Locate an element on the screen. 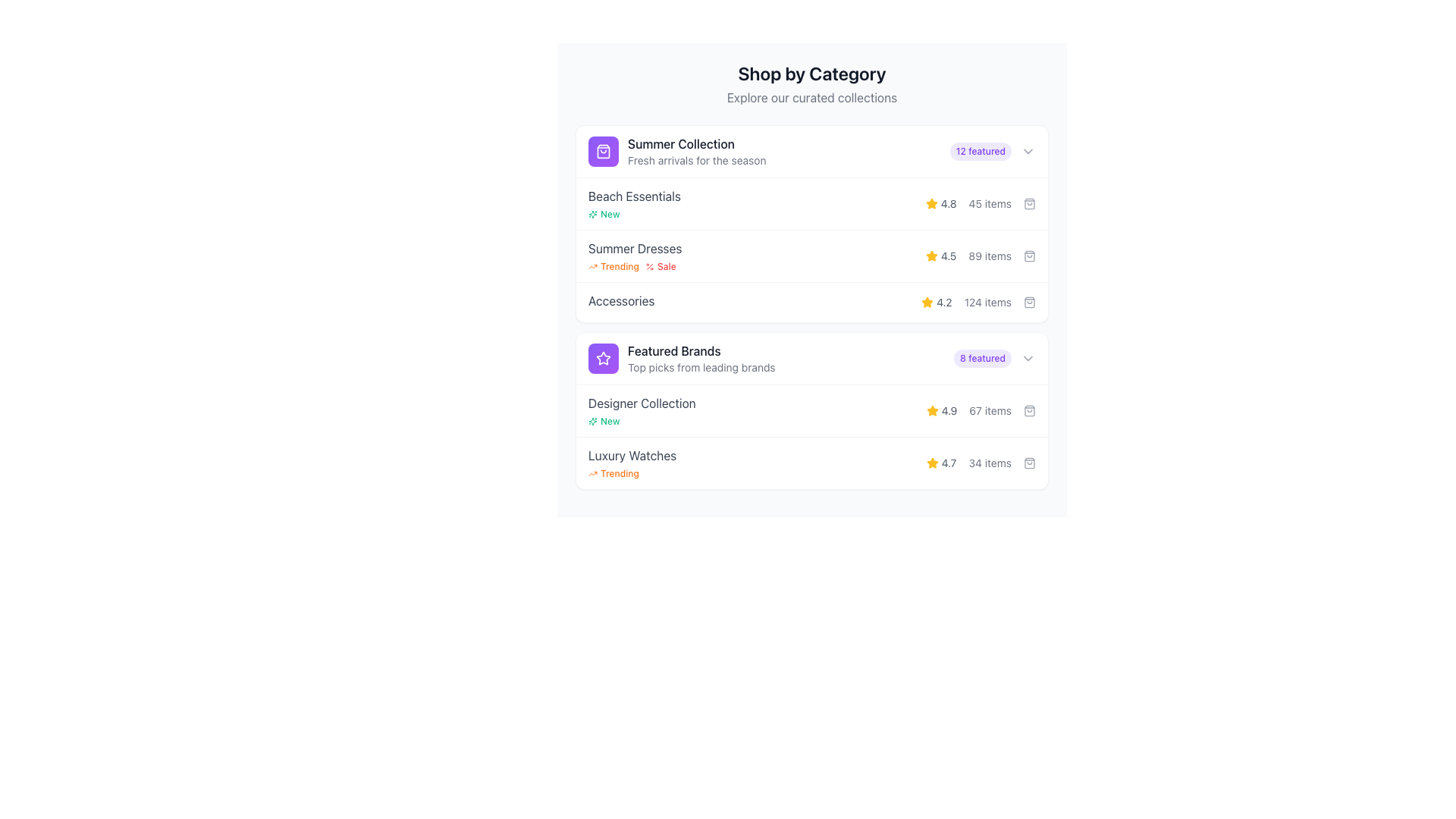 The width and height of the screenshot is (1456, 819). the rating and item count displayed on the right side of the 'Luxury Watches' section, which is the last visible item in the horizontally-aligned group of text and icons is located at coordinates (981, 462).